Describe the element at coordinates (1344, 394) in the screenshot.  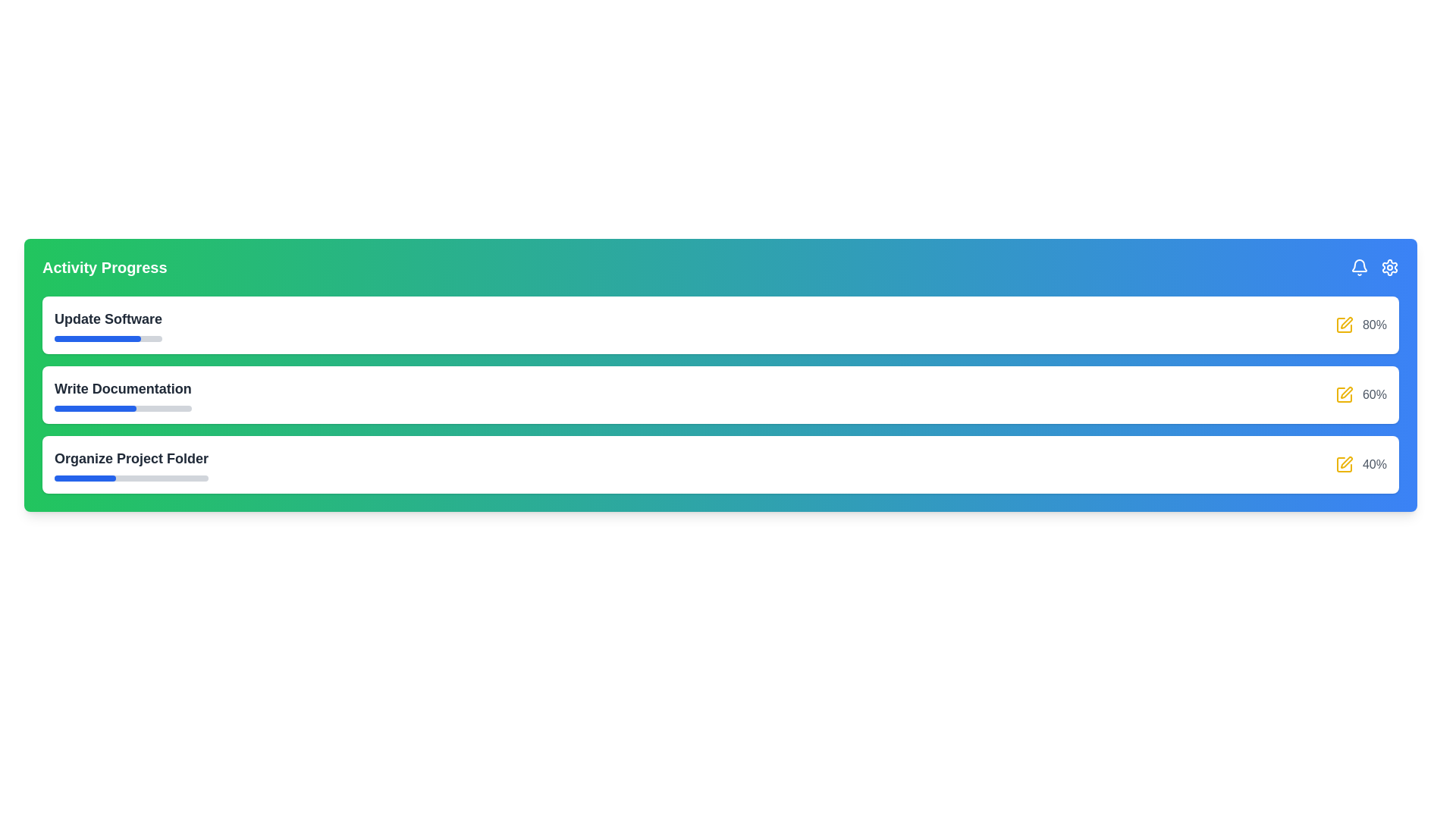
I see `the edit icon button located as the leftmost component in the second row of progress entries` at that location.